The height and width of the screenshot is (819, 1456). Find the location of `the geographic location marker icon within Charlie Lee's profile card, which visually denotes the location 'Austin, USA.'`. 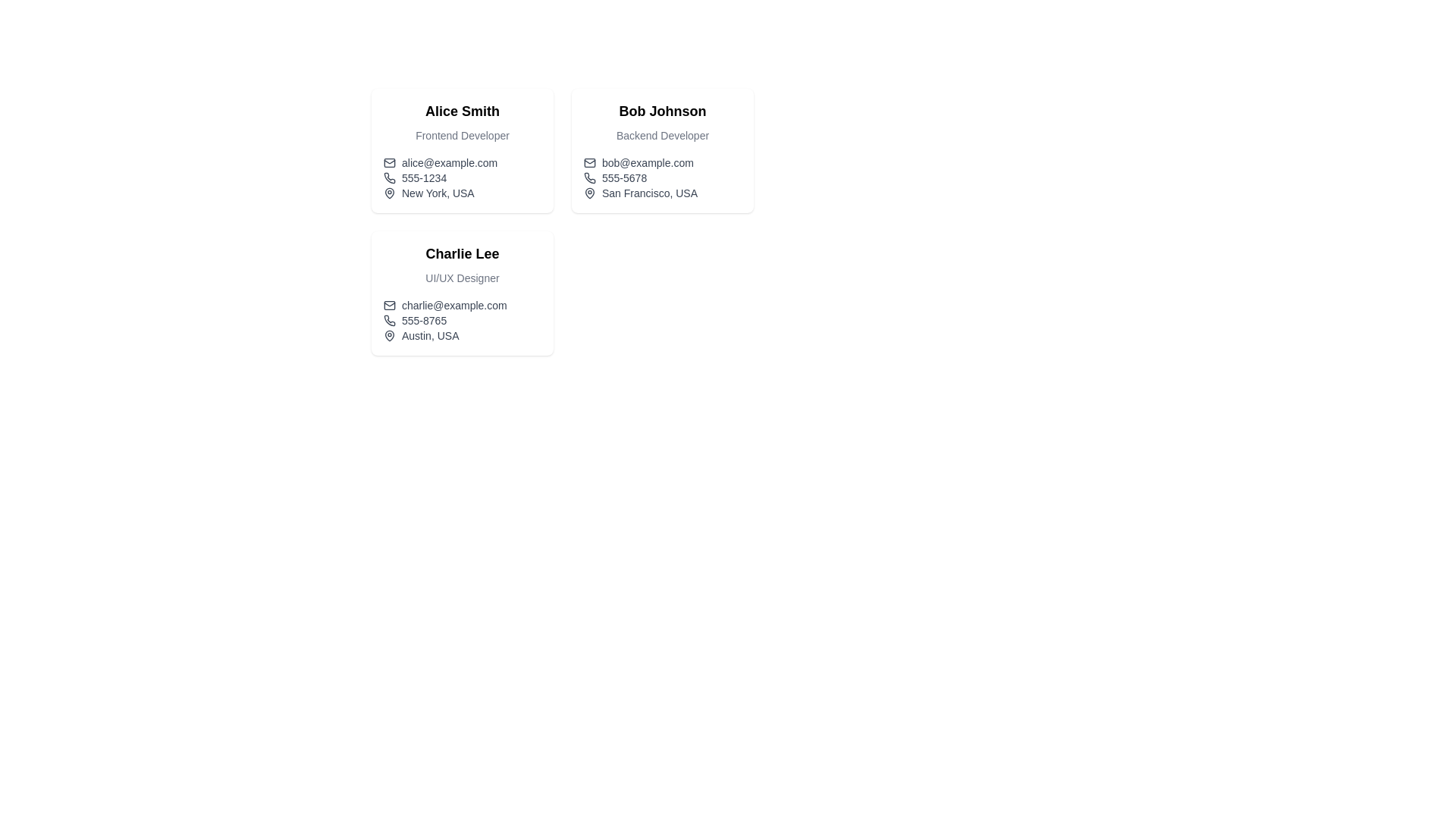

the geographic location marker icon within Charlie Lee's profile card, which visually denotes the location 'Austin, USA.' is located at coordinates (389, 335).